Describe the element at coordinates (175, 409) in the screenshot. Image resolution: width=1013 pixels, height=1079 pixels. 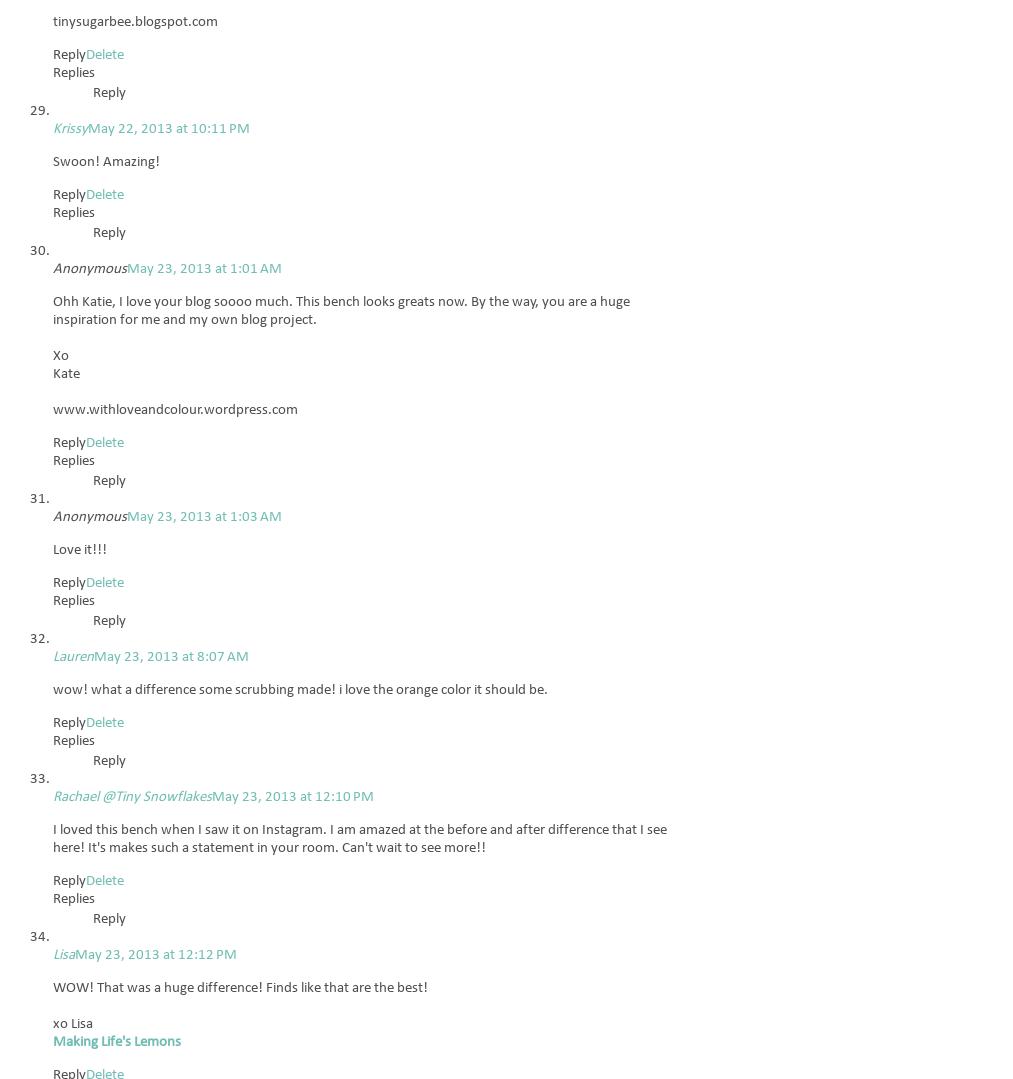
I see `'www.withloveandcolour.wordpress.com'` at that location.